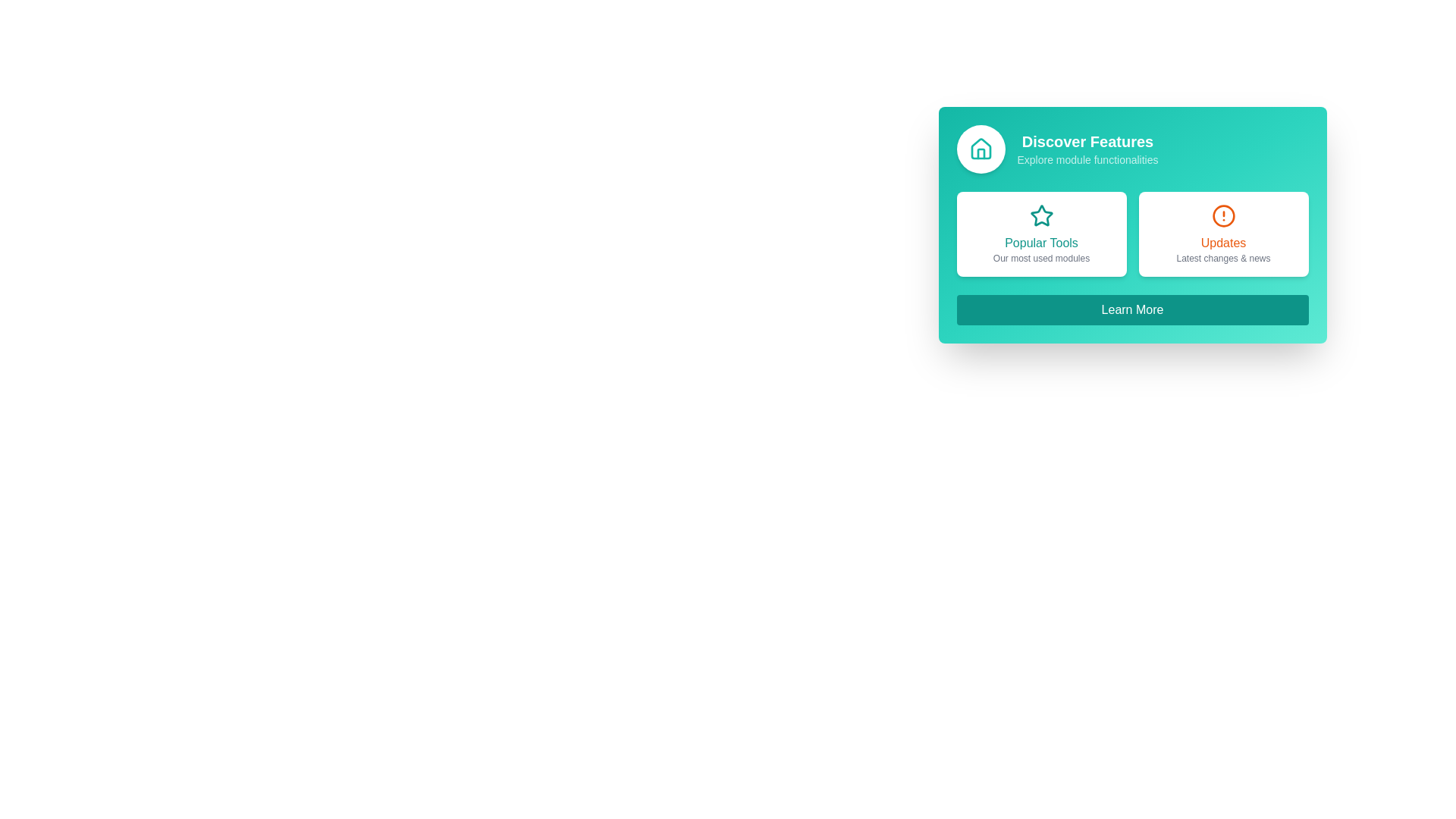  What do you see at coordinates (1223, 216) in the screenshot?
I see `the alert icon located above the 'Updates' text in the card interface` at bounding box center [1223, 216].